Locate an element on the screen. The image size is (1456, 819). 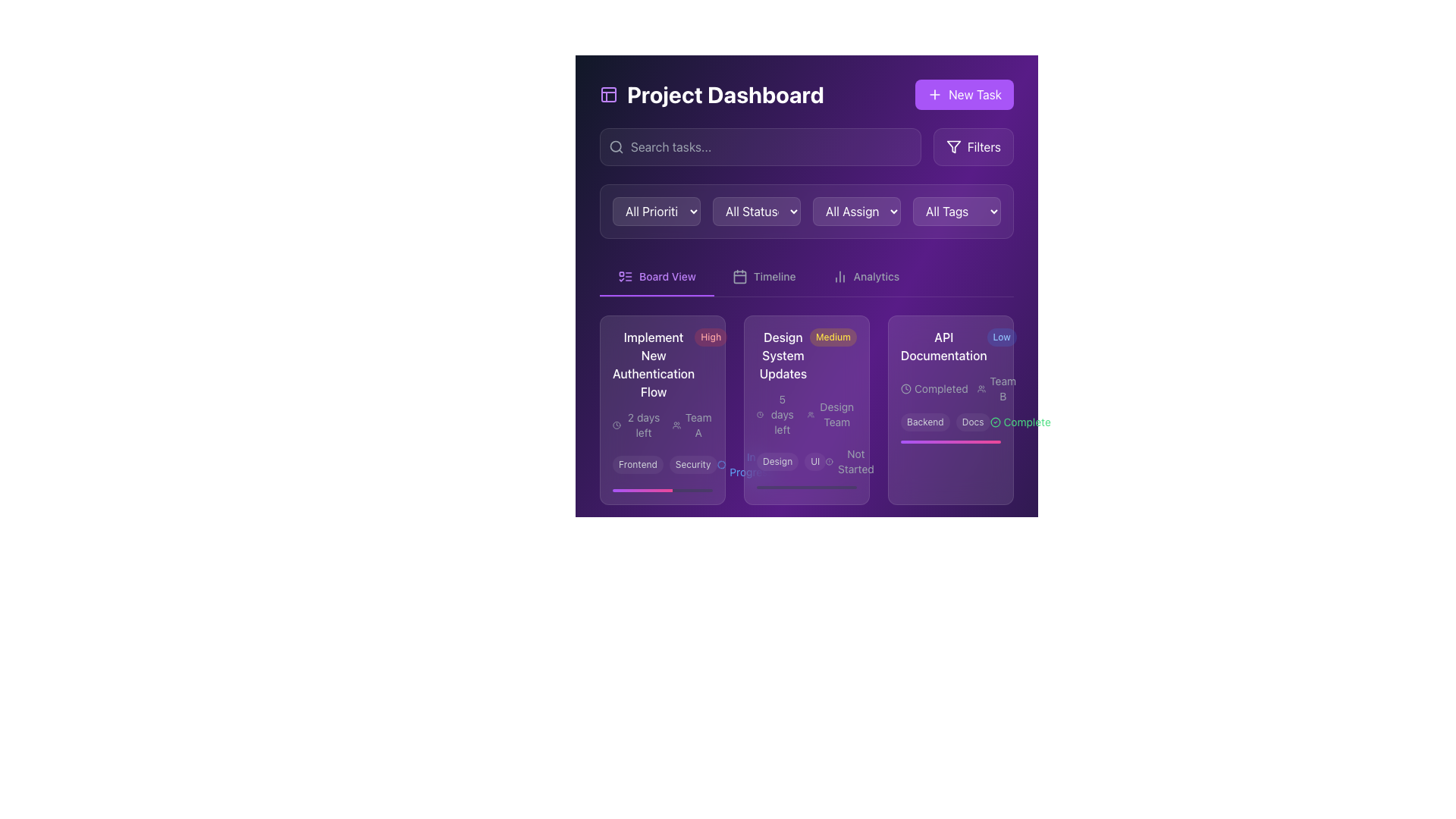
the content of the DevOps badge located to the right of the 'Backend' badge within the card titled 'API Documentation' is located at coordinates (979, 651).